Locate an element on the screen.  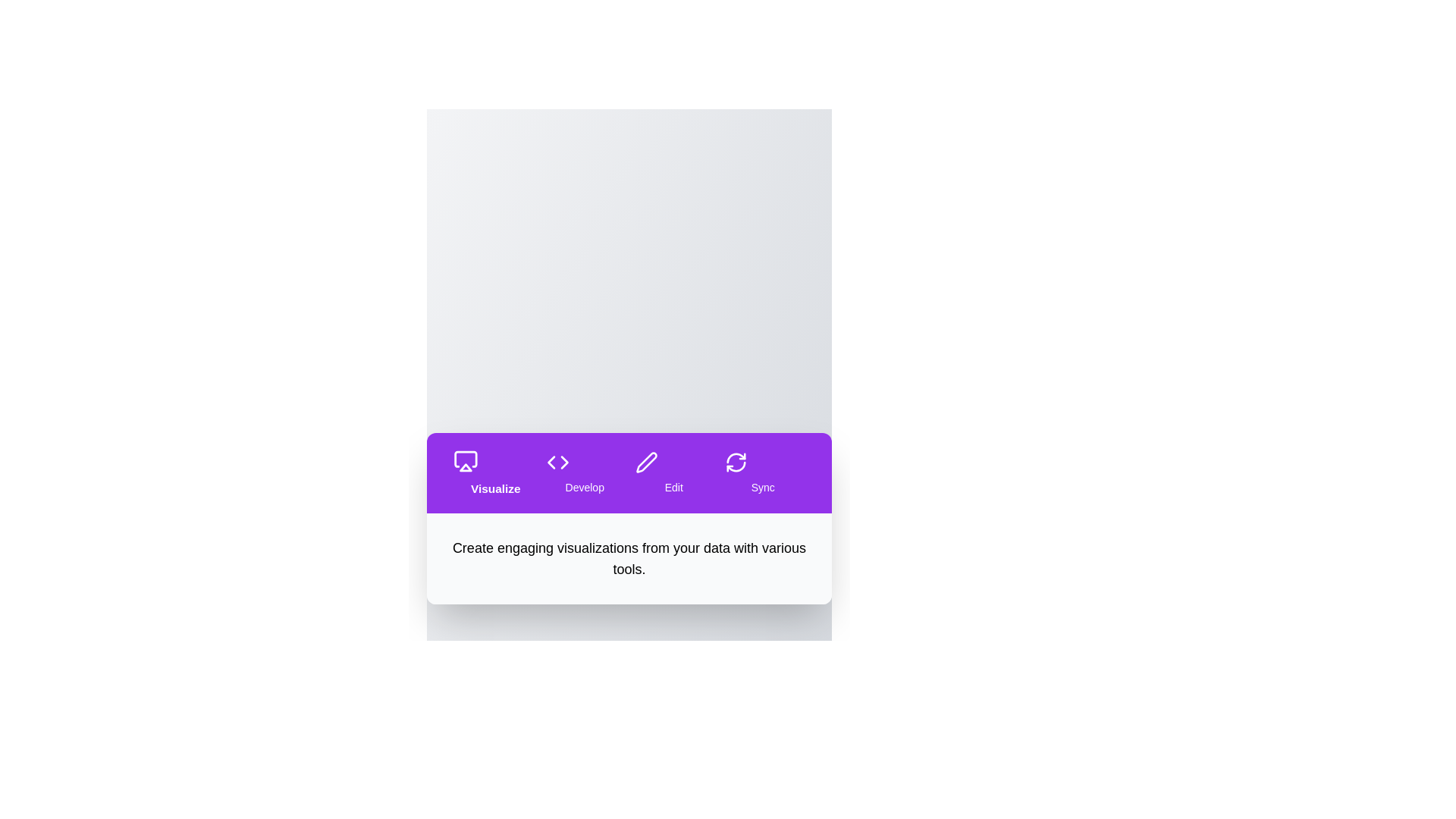
the tab labeled Visualize to navigate to its section is located at coordinates (495, 472).